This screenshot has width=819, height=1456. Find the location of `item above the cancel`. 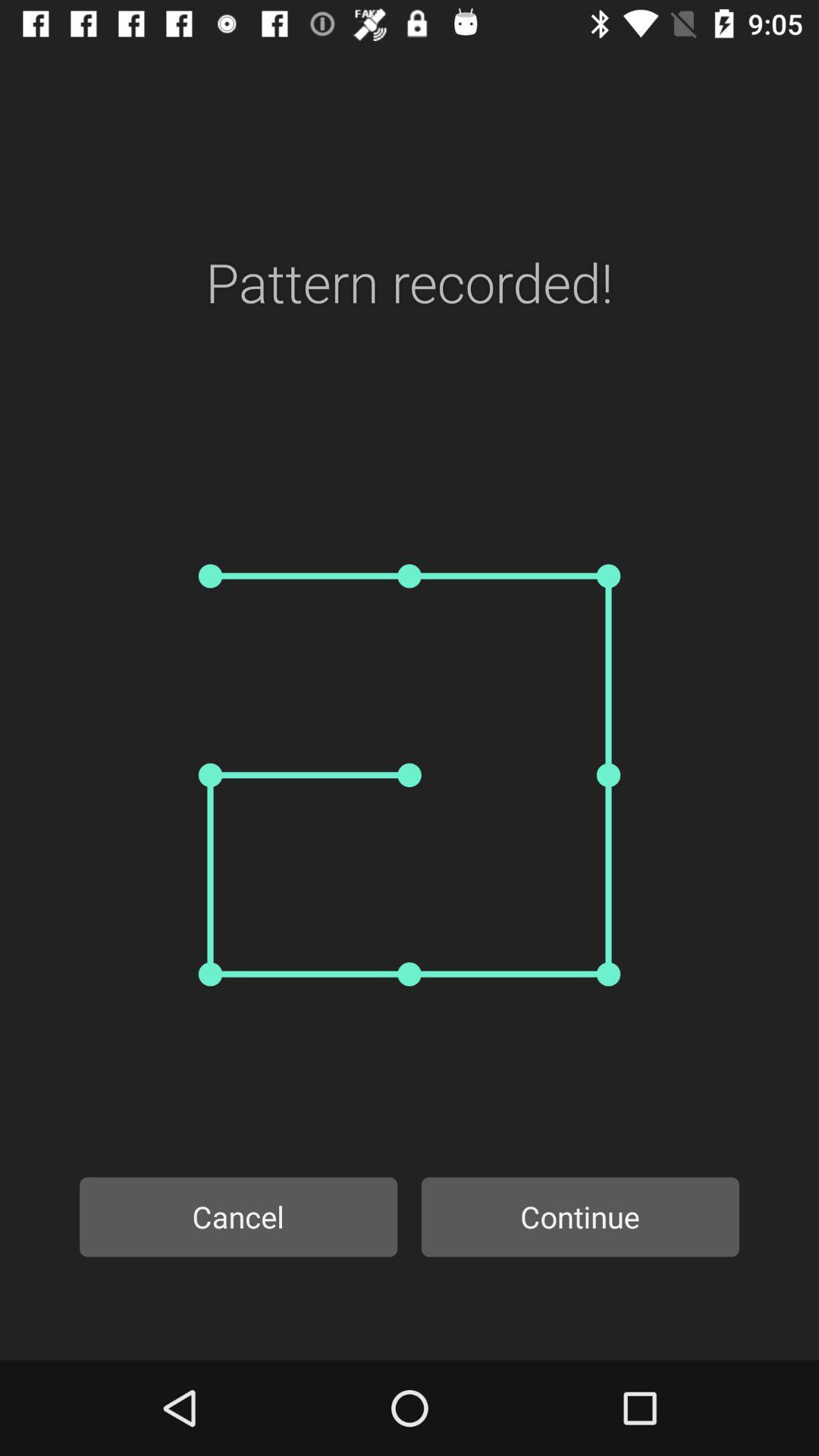

item above the cancel is located at coordinates (409, 775).